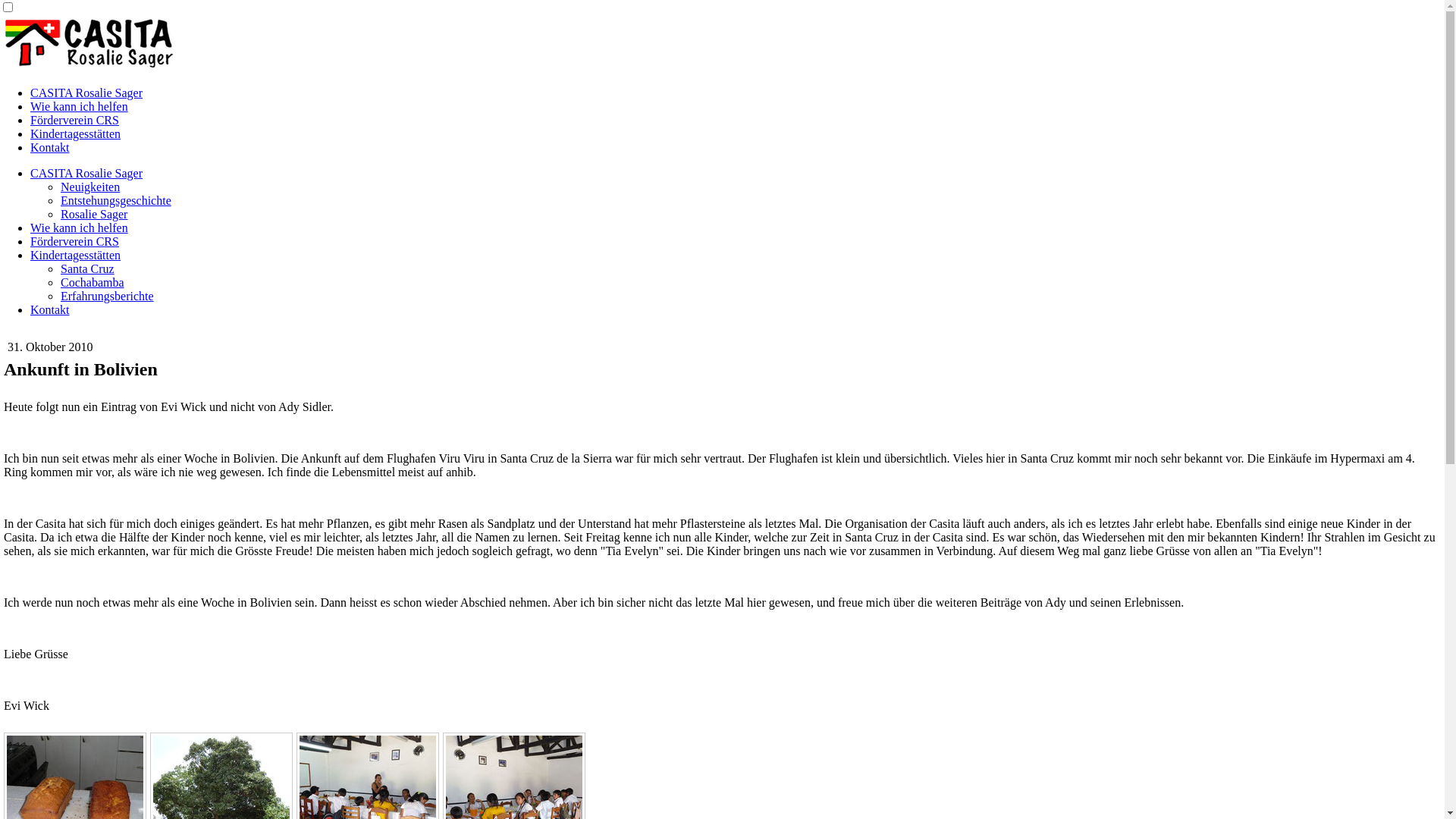  Describe the element at coordinates (61, 282) in the screenshot. I see `'Cochabamba'` at that location.